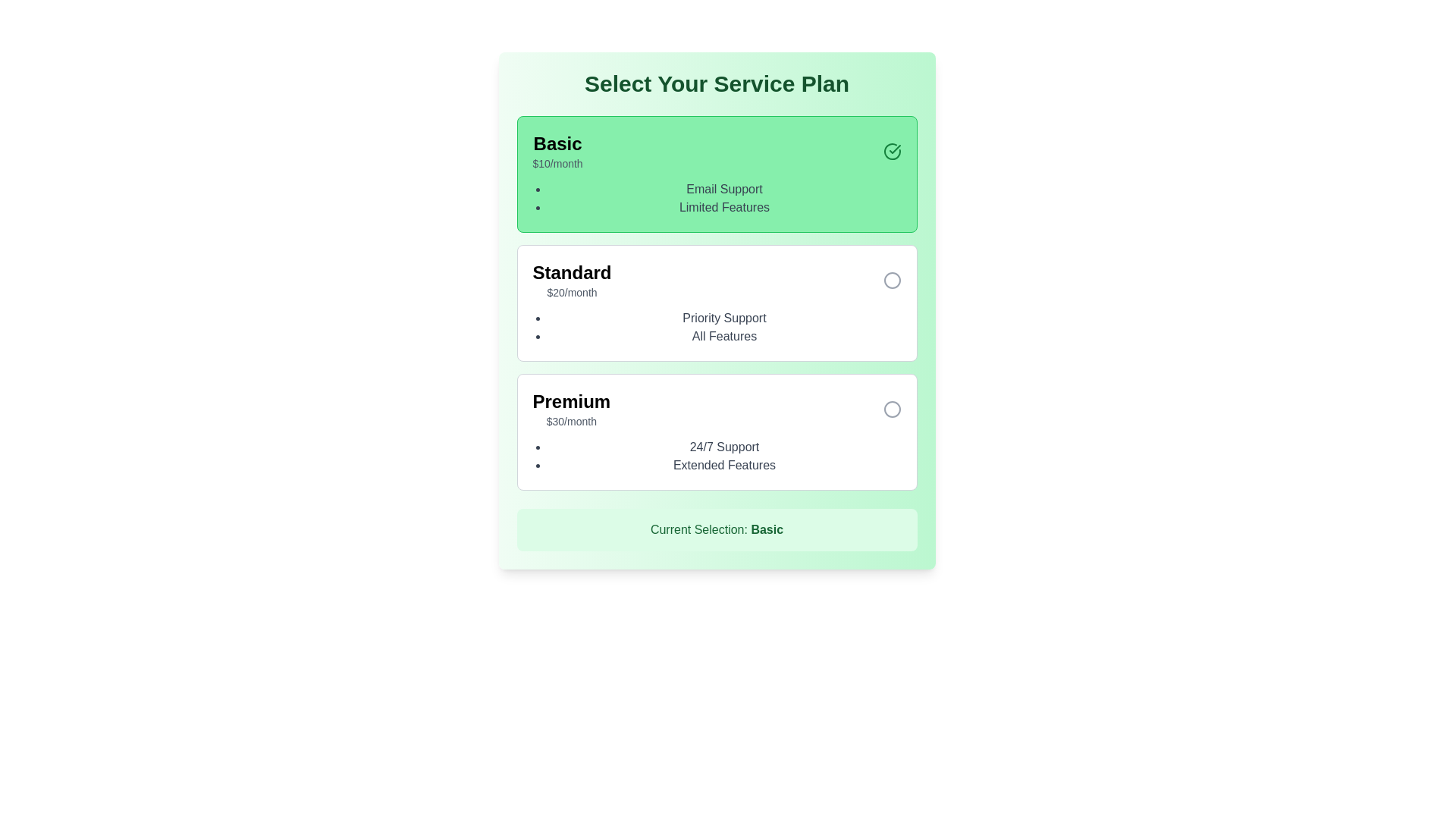 Image resolution: width=1456 pixels, height=819 pixels. I want to click on text from the 'Premium' service plan details list item group, which includes '24/7 Support' and 'Extended Features', located below the price and plan name, so click(716, 455).